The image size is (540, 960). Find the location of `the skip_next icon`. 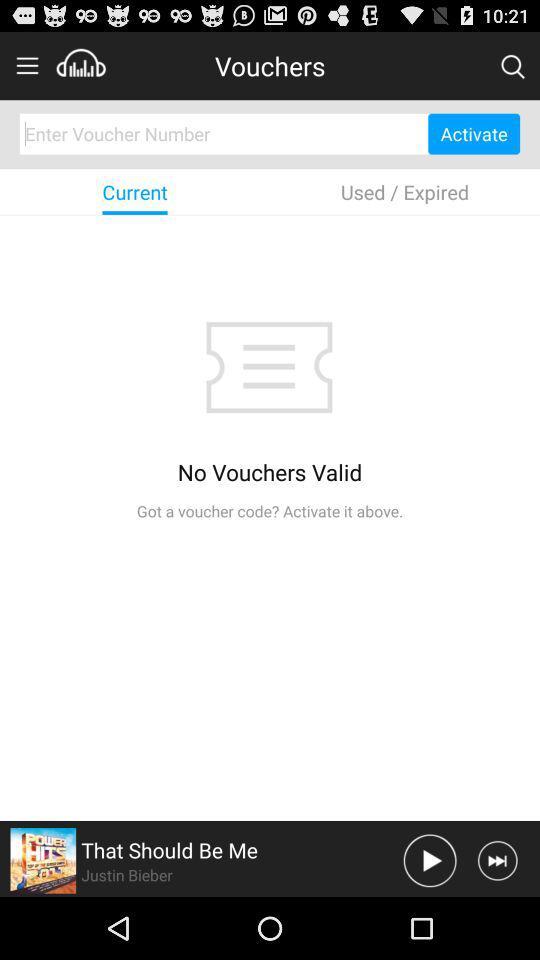

the skip_next icon is located at coordinates (496, 921).